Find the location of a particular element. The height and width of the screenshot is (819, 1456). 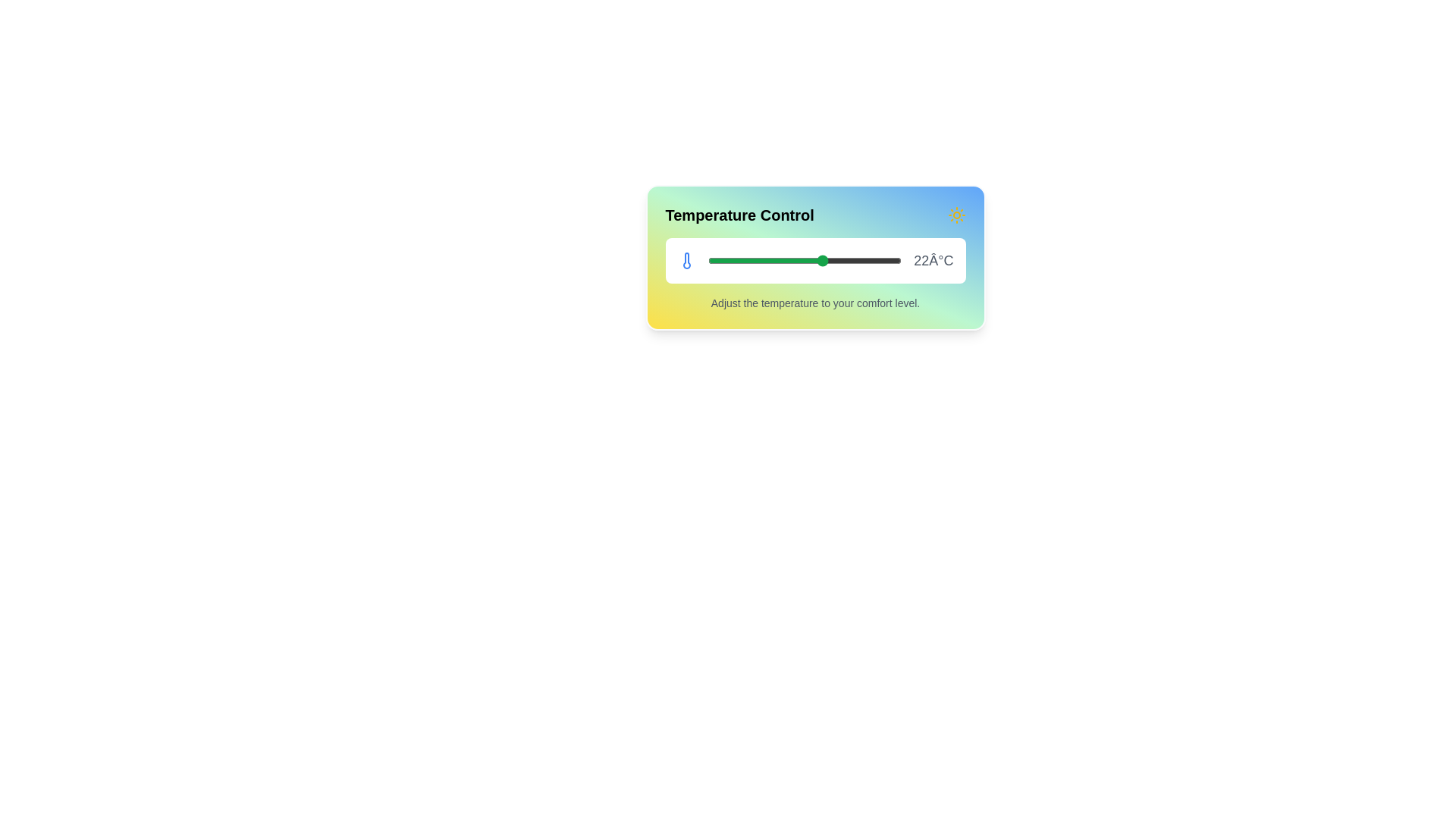

temperature is located at coordinates (794, 259).